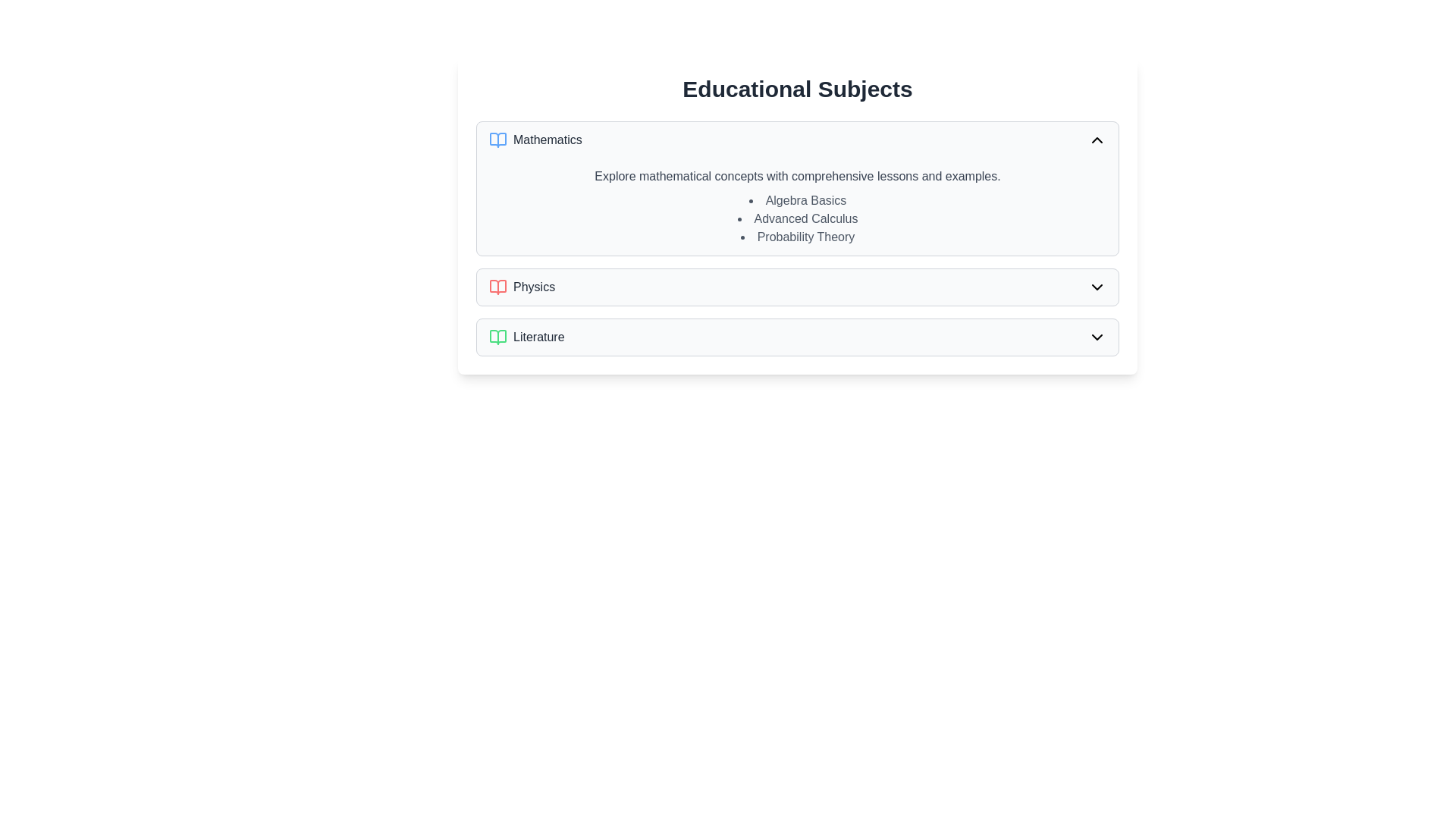 The height and width of the screenshot is (819, 1456). What do you see at coordinates (1097, 140) in the screenshot?
I see `the Collapse/Expand Indicator (Chevron Icon) located at the far-right edge of the header of the 'Mathematics' section` at bounding box center [1097, 140].